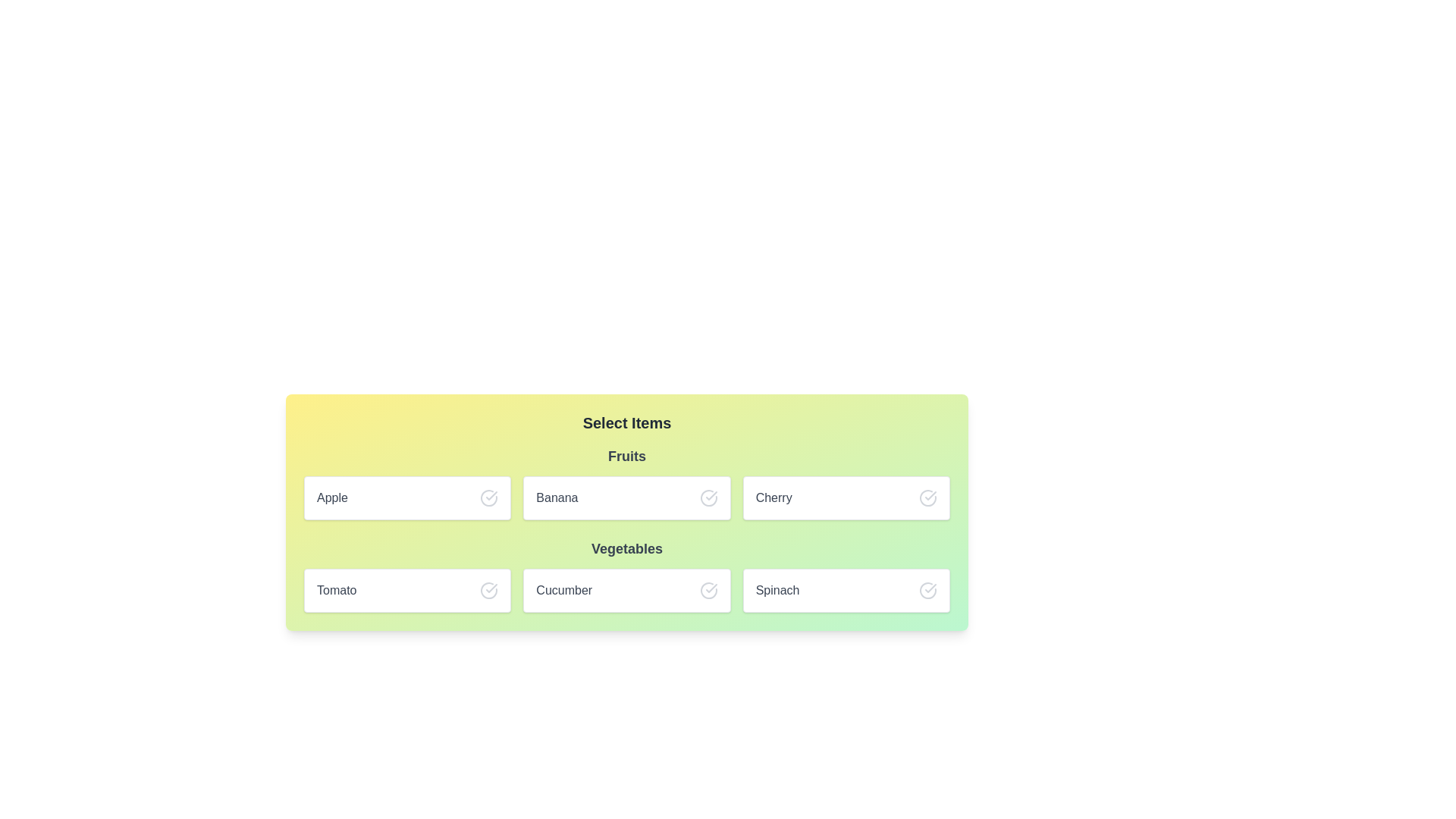 This screenshot has height=819, width=1456. What do you see at coordinates (626, 590) in the screenshot?
I see `the 'Cucumber' button located in the lower row of the 'Vegetables' grid` at bounding box center [626, 590].